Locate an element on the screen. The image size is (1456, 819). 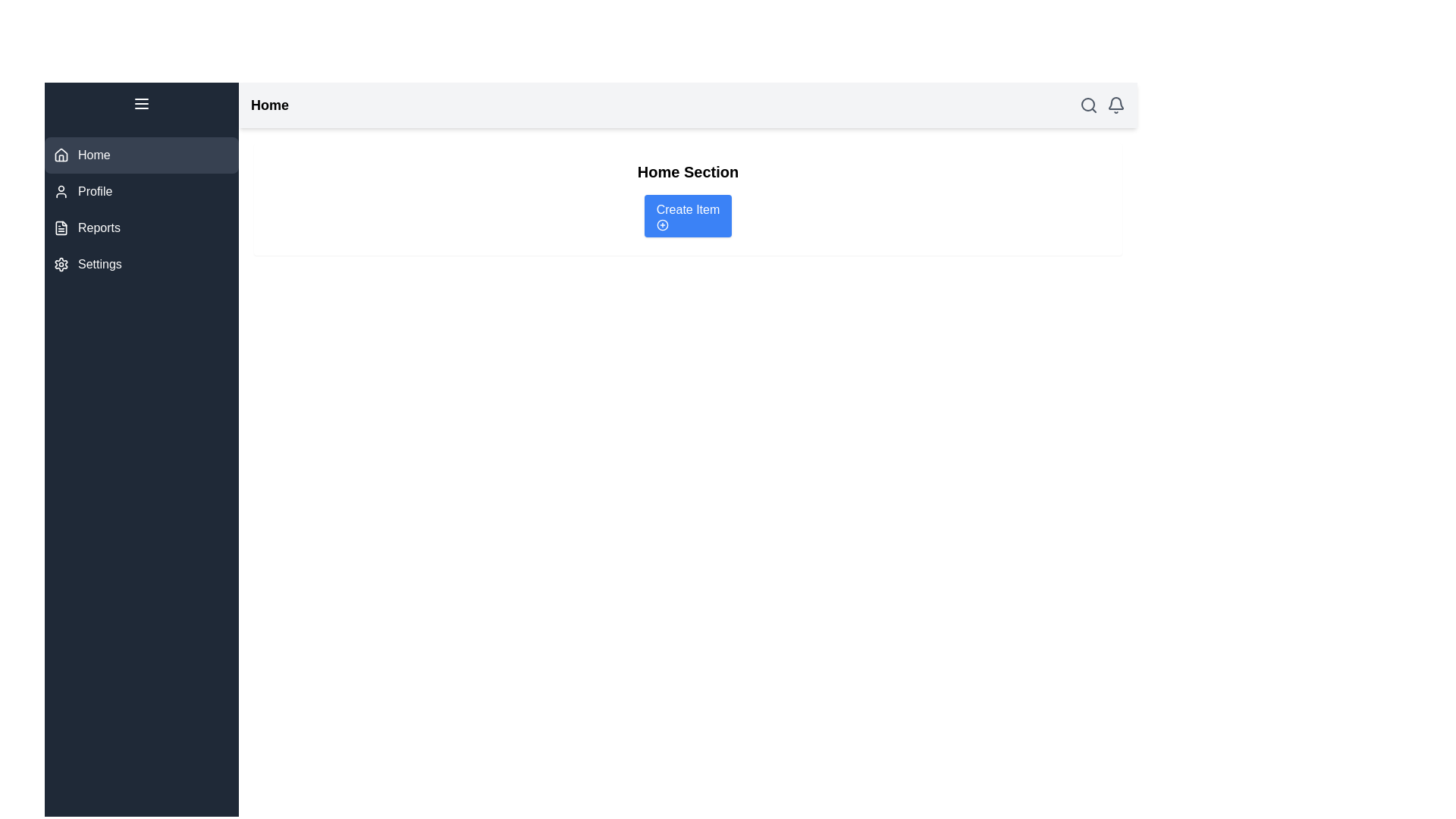
the document file icon located in the navigation bar on the left side, positioned below the profile icon and above the settings icon is located at coordinates (61, 227).